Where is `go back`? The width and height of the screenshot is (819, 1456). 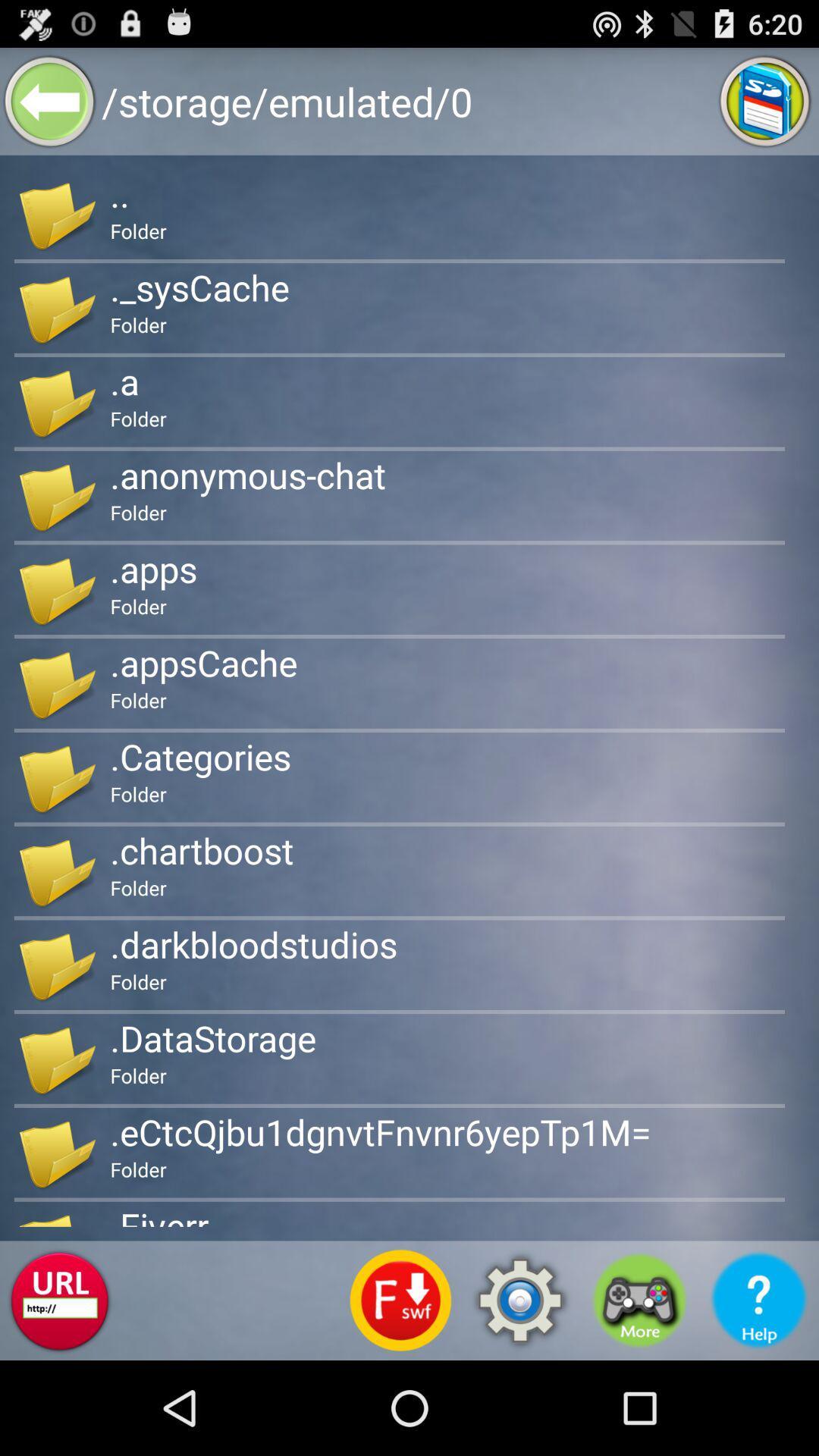
go back is located at coordinates (49, 100).